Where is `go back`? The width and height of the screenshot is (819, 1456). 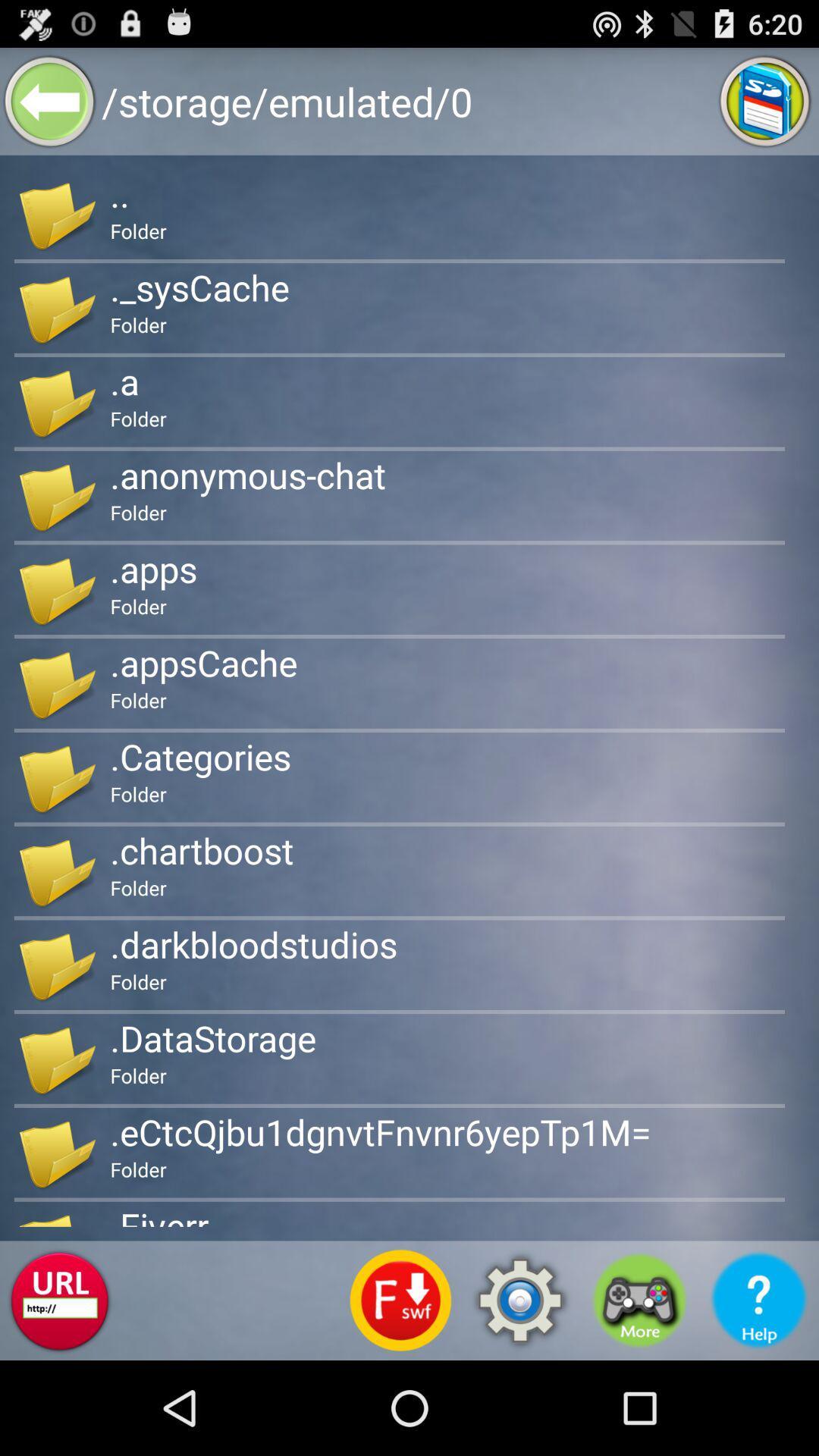
go back is located at coordinates (49, 100).